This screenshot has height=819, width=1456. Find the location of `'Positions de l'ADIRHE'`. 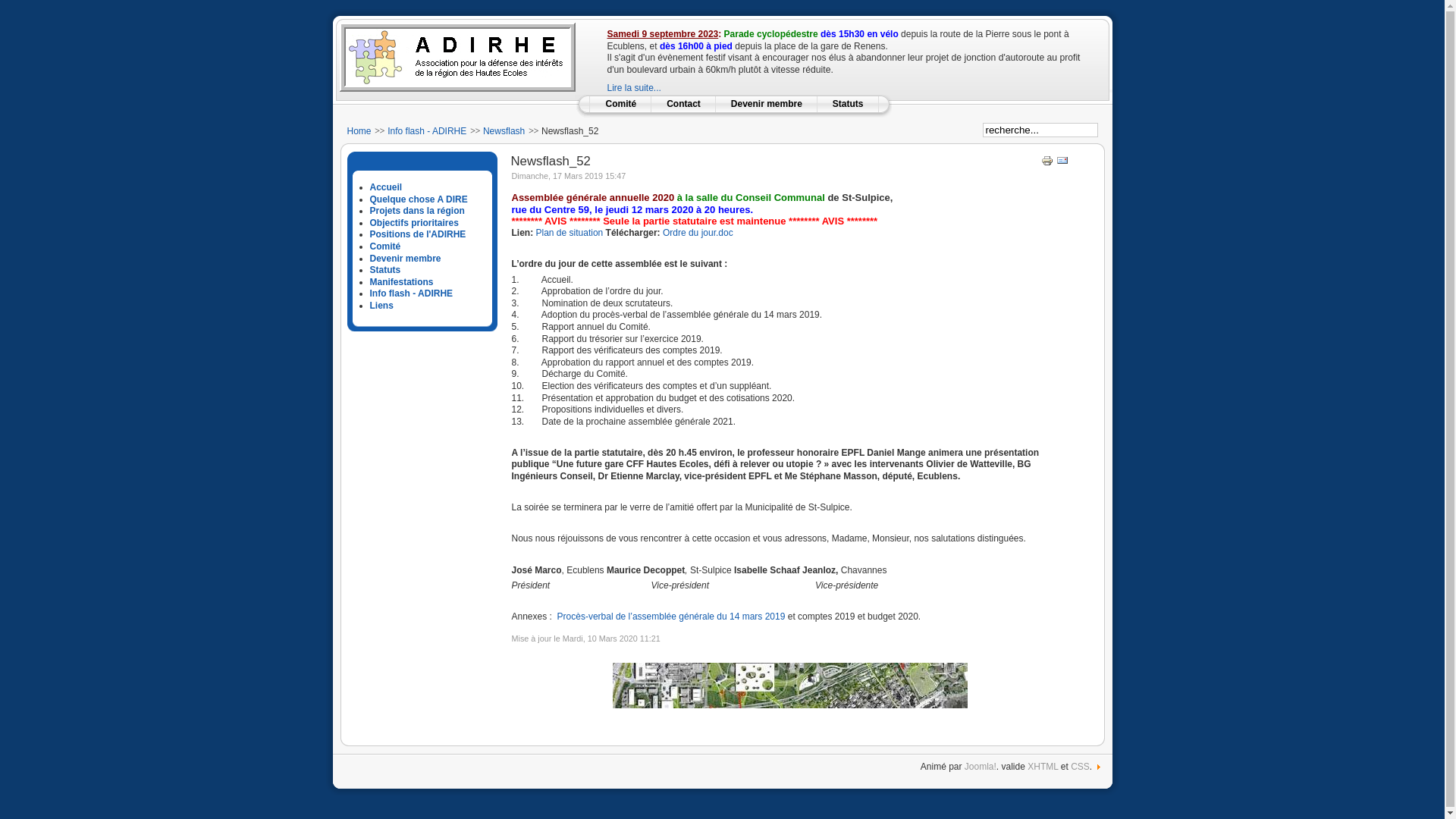

'Positions de l'ADIRHE' is located at coordinates (418, 234).